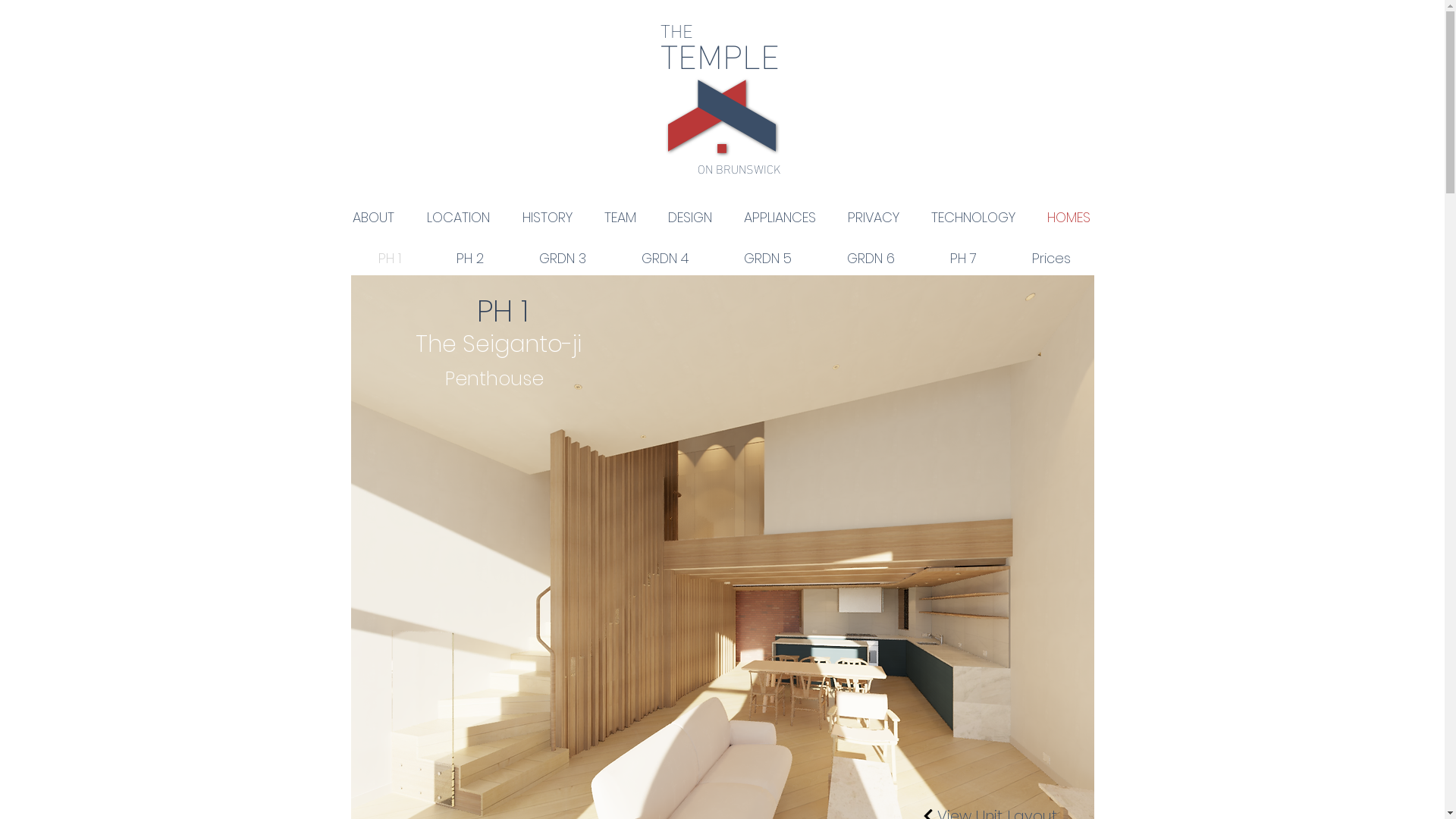 The image size is (1456, 819). What do you see at coordinates (780, 217) in the screenshot?
I see `'APPLIANCES'` at bounding box center [780, 217].